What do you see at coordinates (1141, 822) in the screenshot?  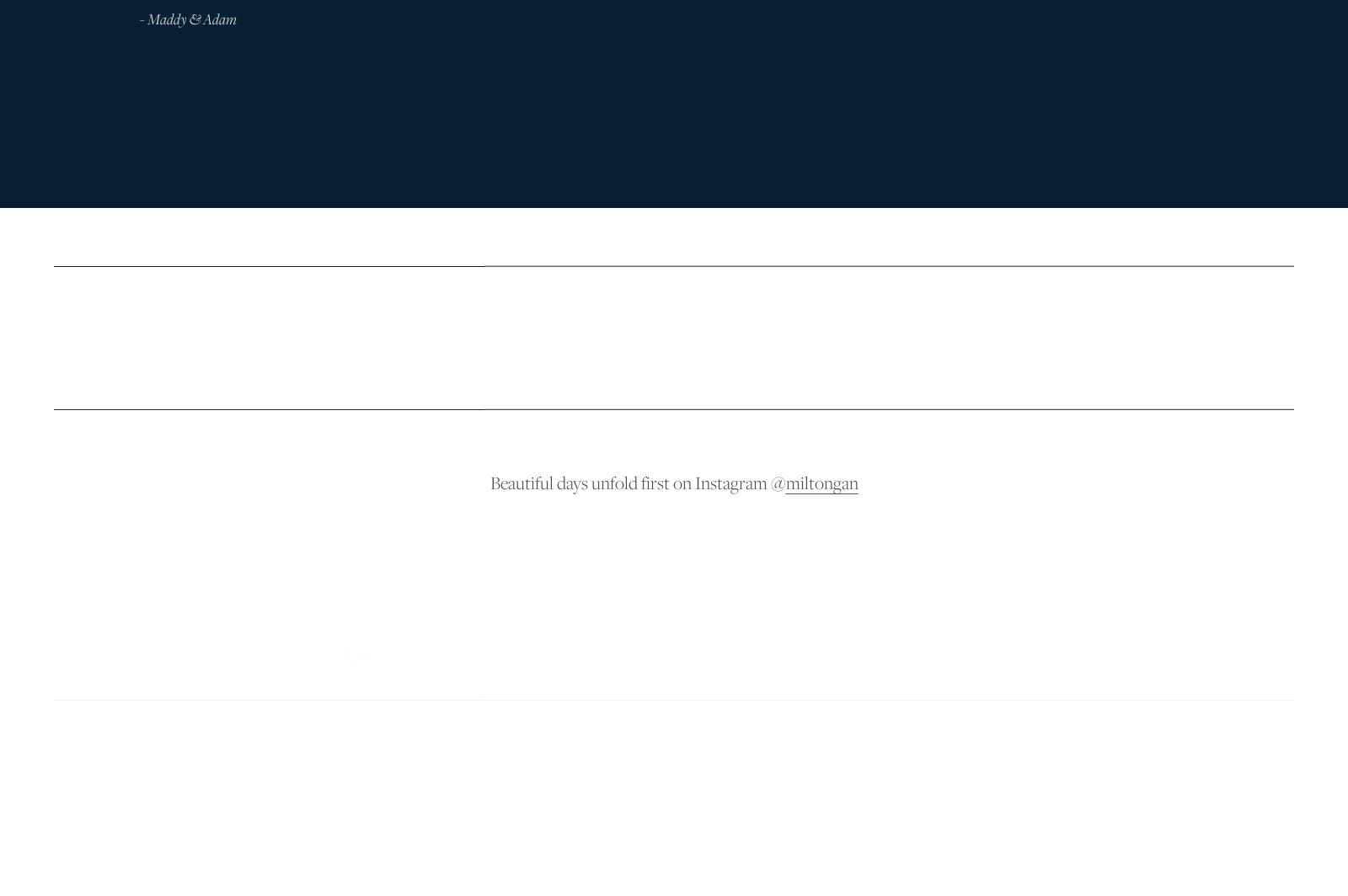 I see `'Skype: milton.gan'` at bounding box center [1141, 822].